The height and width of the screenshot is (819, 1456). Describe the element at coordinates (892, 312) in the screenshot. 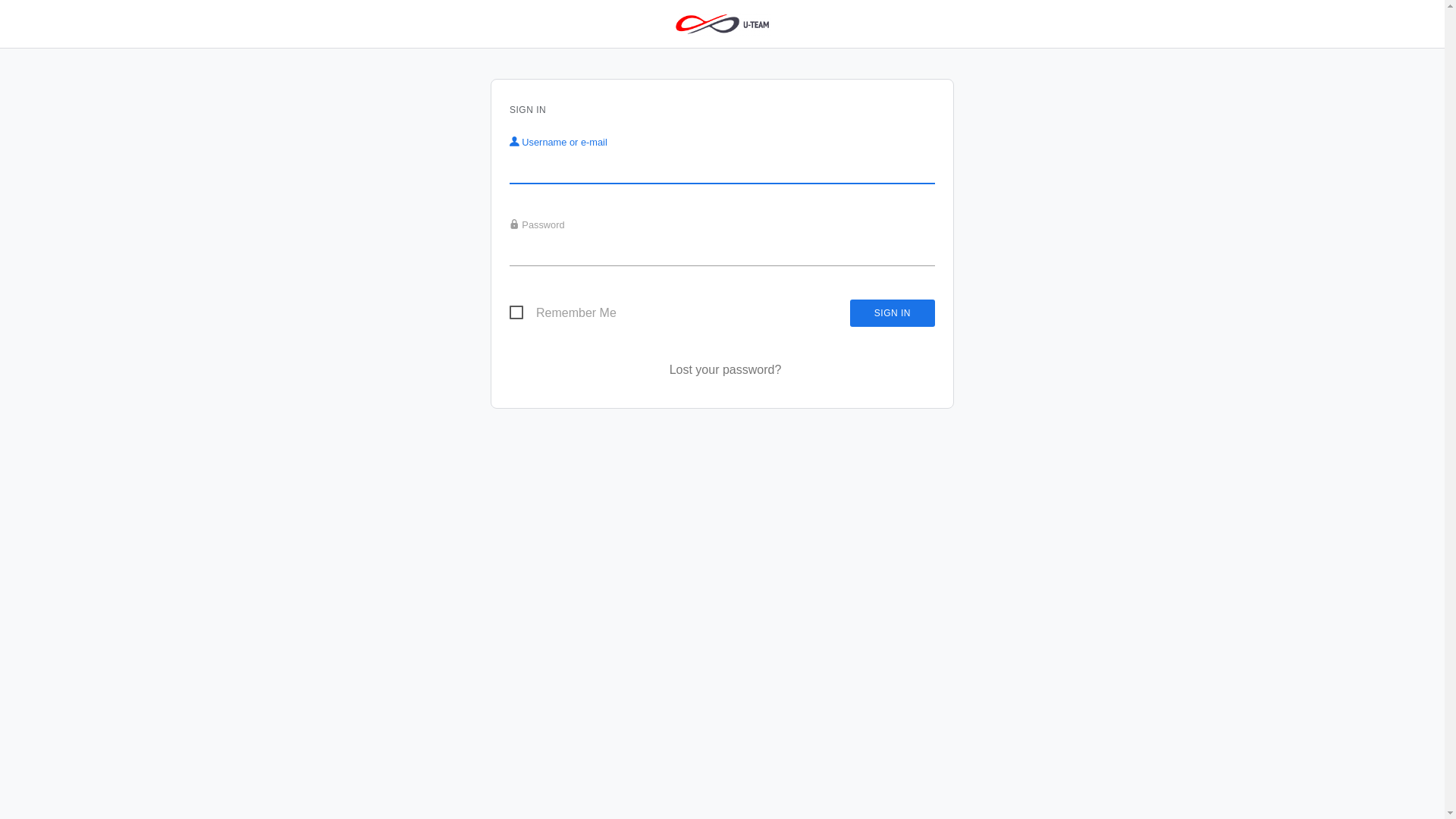

I see `'Sign in'` at that location.